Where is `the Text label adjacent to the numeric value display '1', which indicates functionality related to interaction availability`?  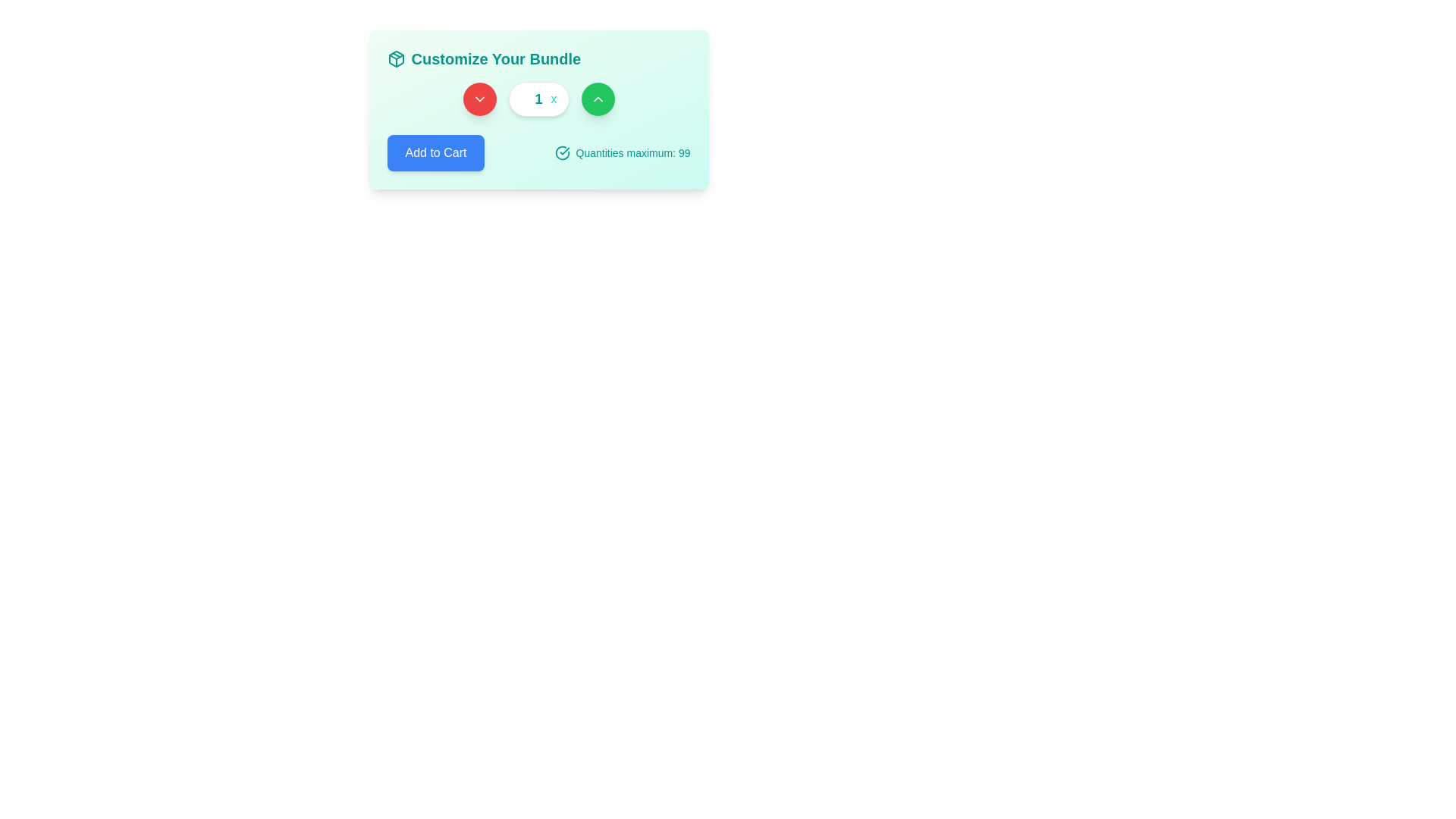
the Text label adjacent to the numeric value display '1', which indicates functionality related to interaction availability is located at coordinates (538, 99).